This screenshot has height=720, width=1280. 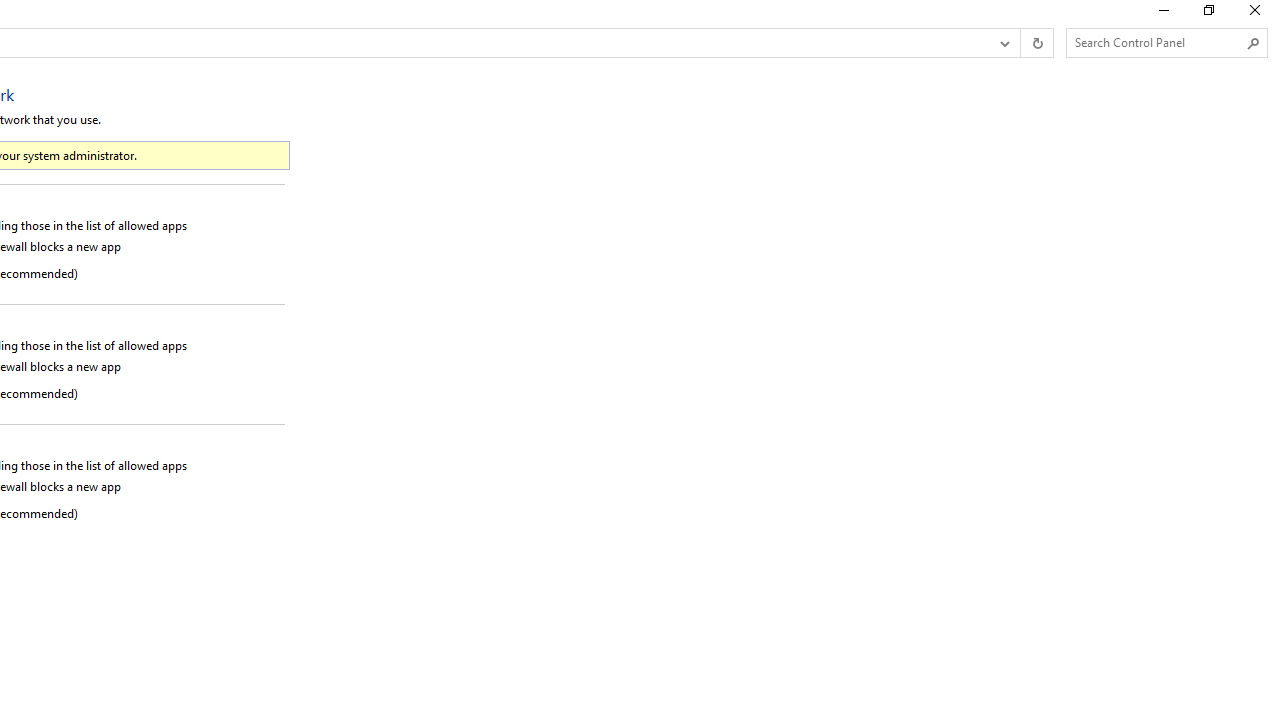 I want to click on 'Refresh "Customize Settings" (F5)', so click(x=1036, y=43).